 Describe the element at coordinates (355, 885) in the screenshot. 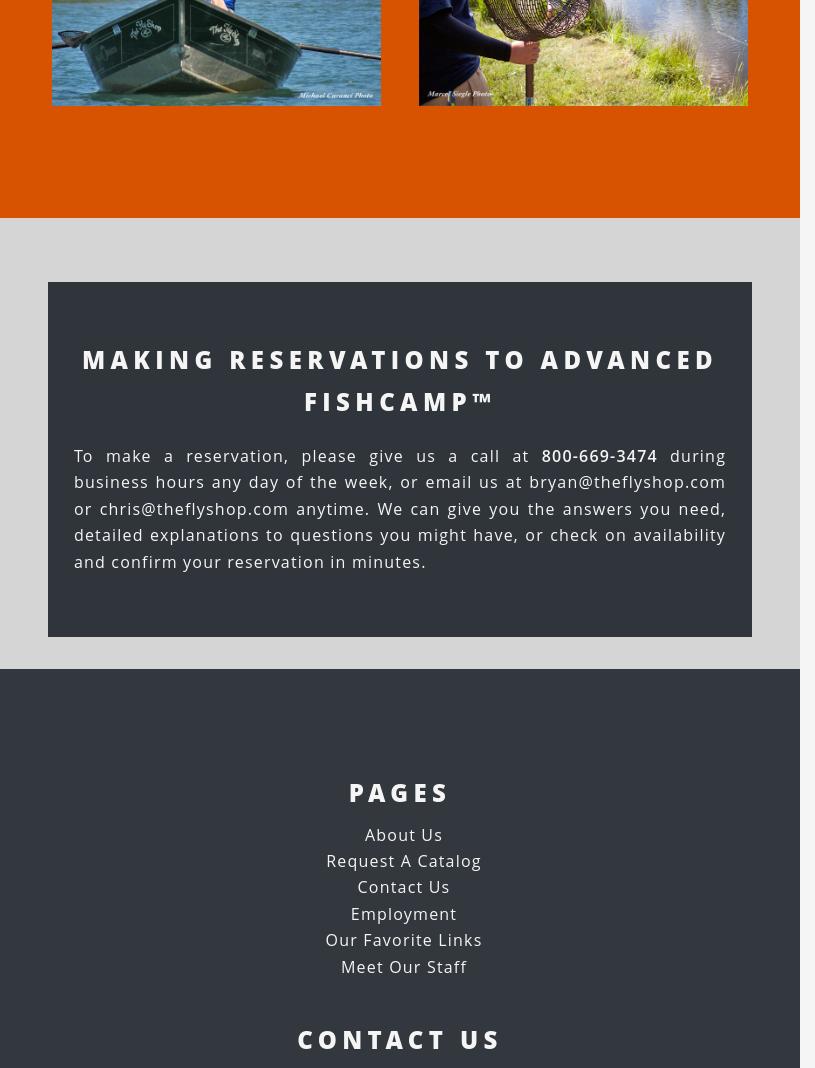

I see `'Contact Us'` at that location.